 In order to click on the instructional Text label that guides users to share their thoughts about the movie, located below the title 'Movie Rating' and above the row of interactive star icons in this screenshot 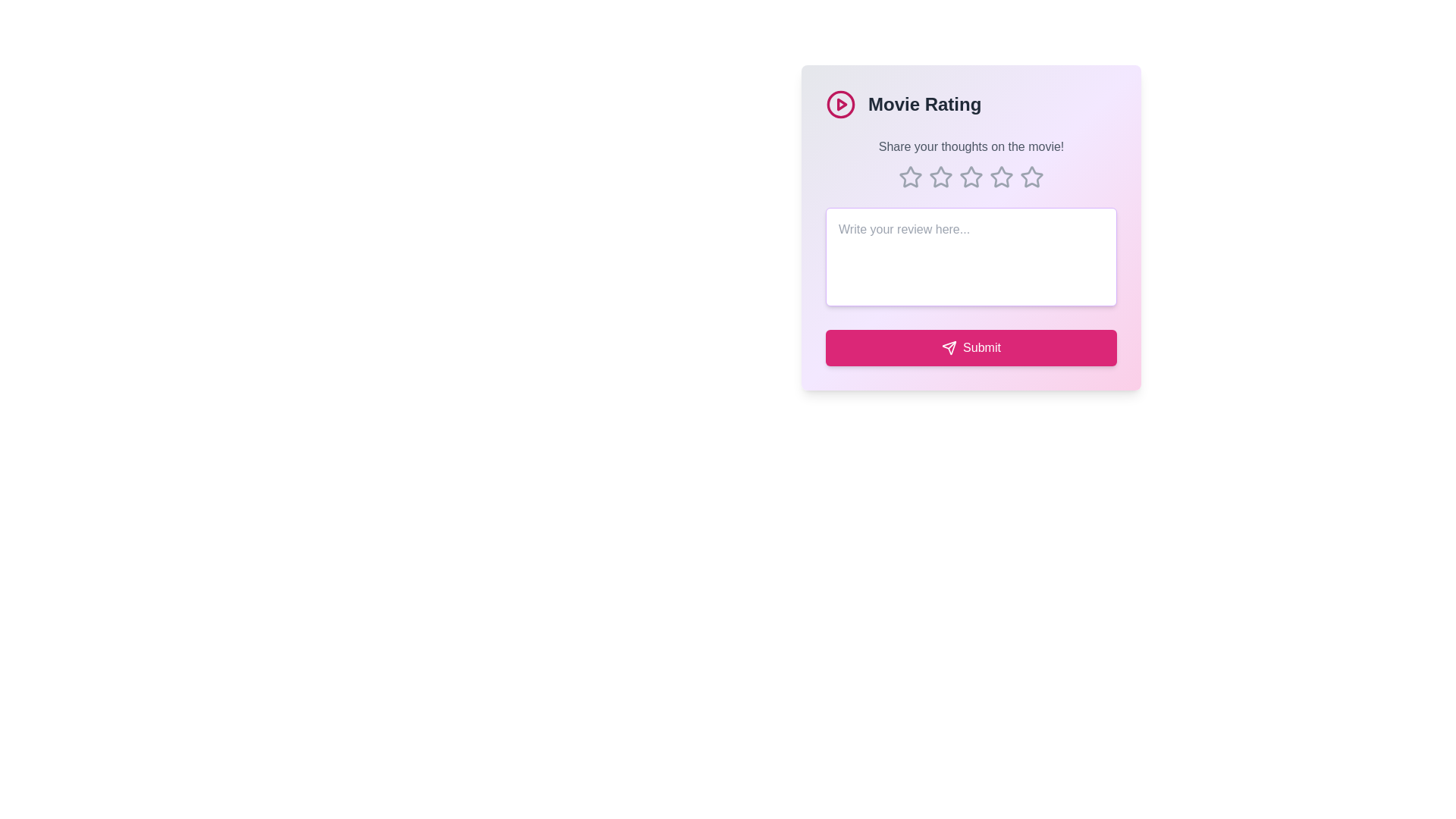, I will do `click(971, 146)`.